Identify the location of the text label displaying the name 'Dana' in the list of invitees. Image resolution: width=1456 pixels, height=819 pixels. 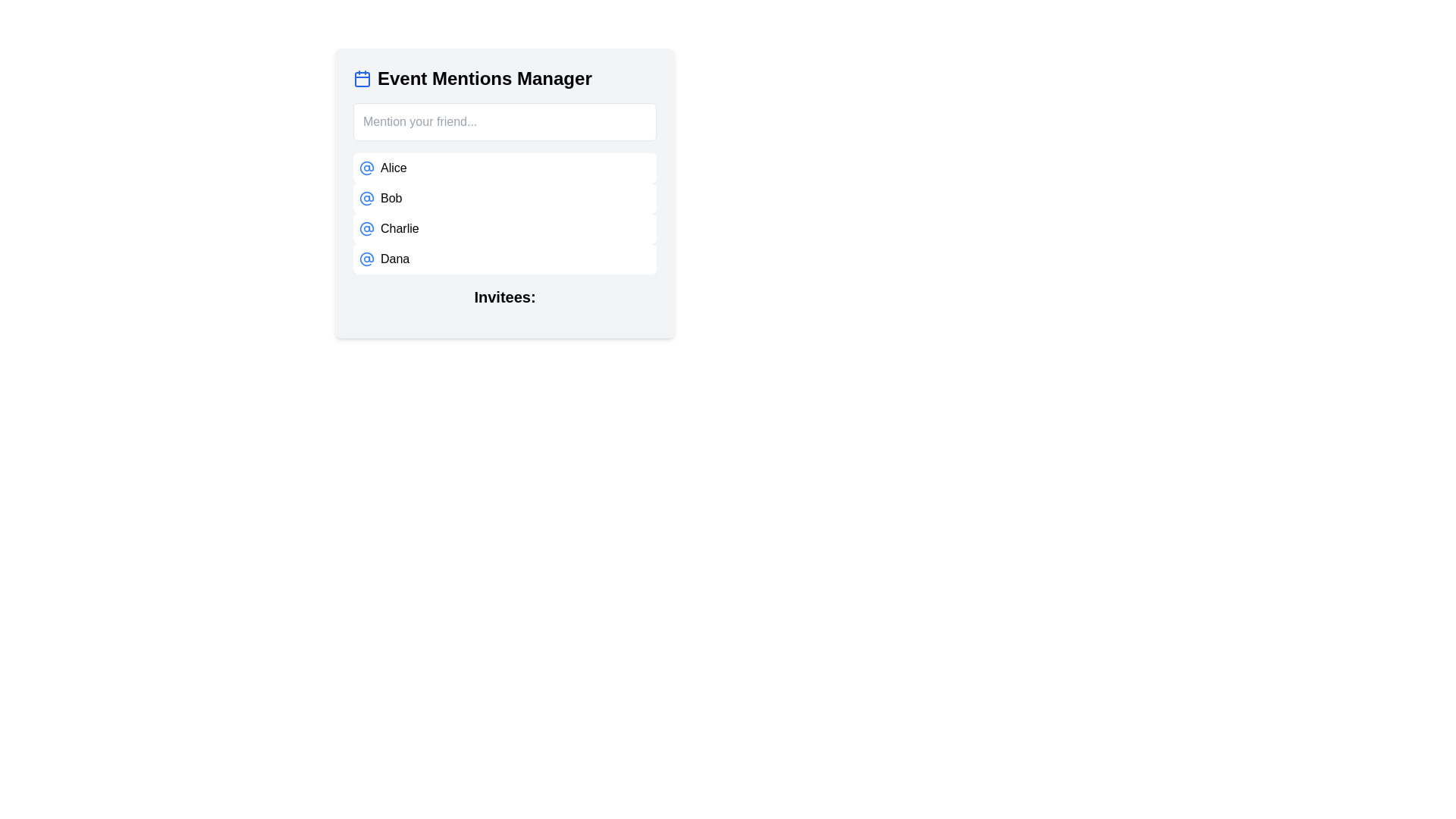
(395, 259).